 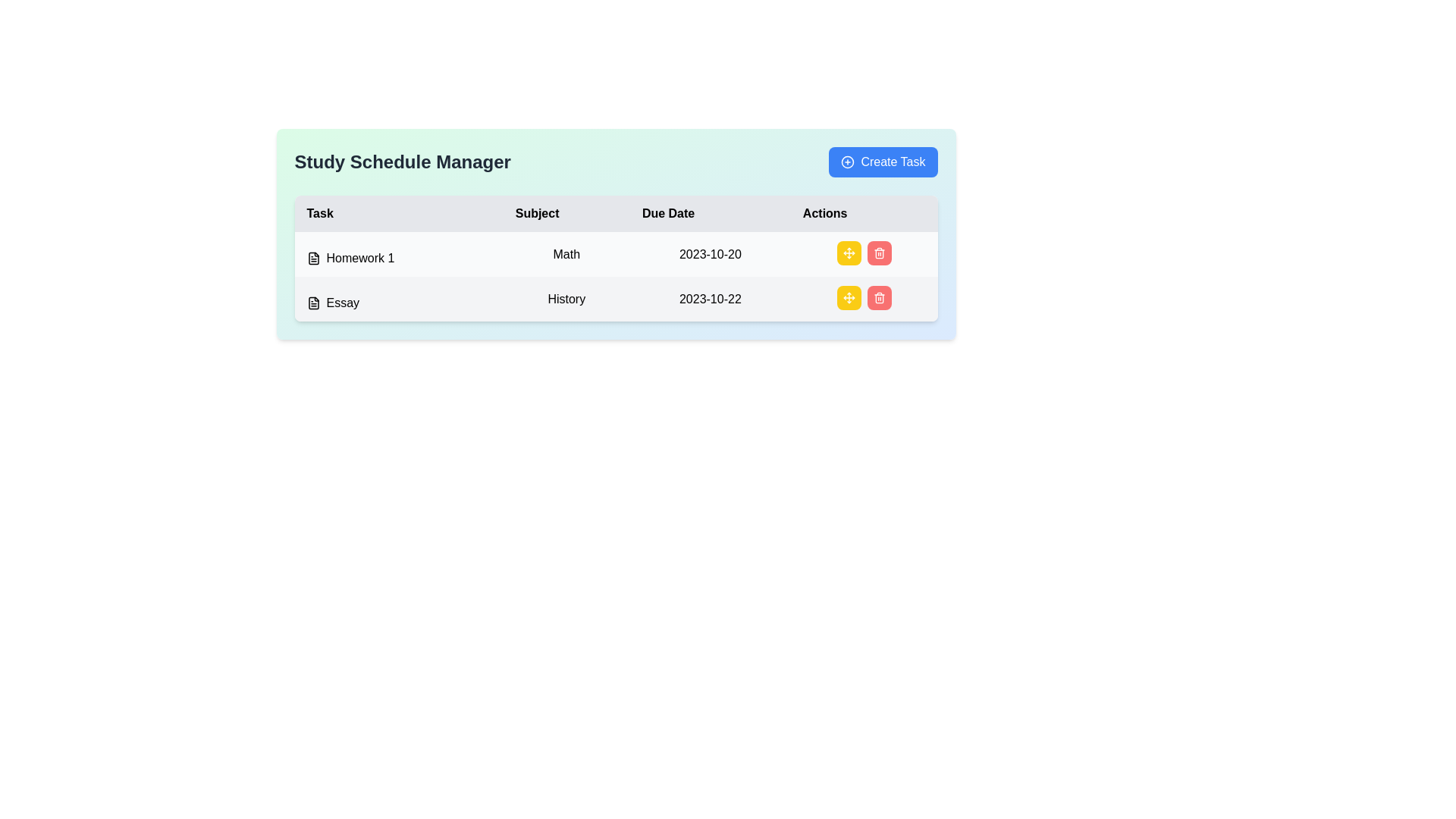 I want to click on the circular icon with a plus sign located to the left of the 'Create Task' text in the top-right corner of the main content area, so click(x=847, y=162).